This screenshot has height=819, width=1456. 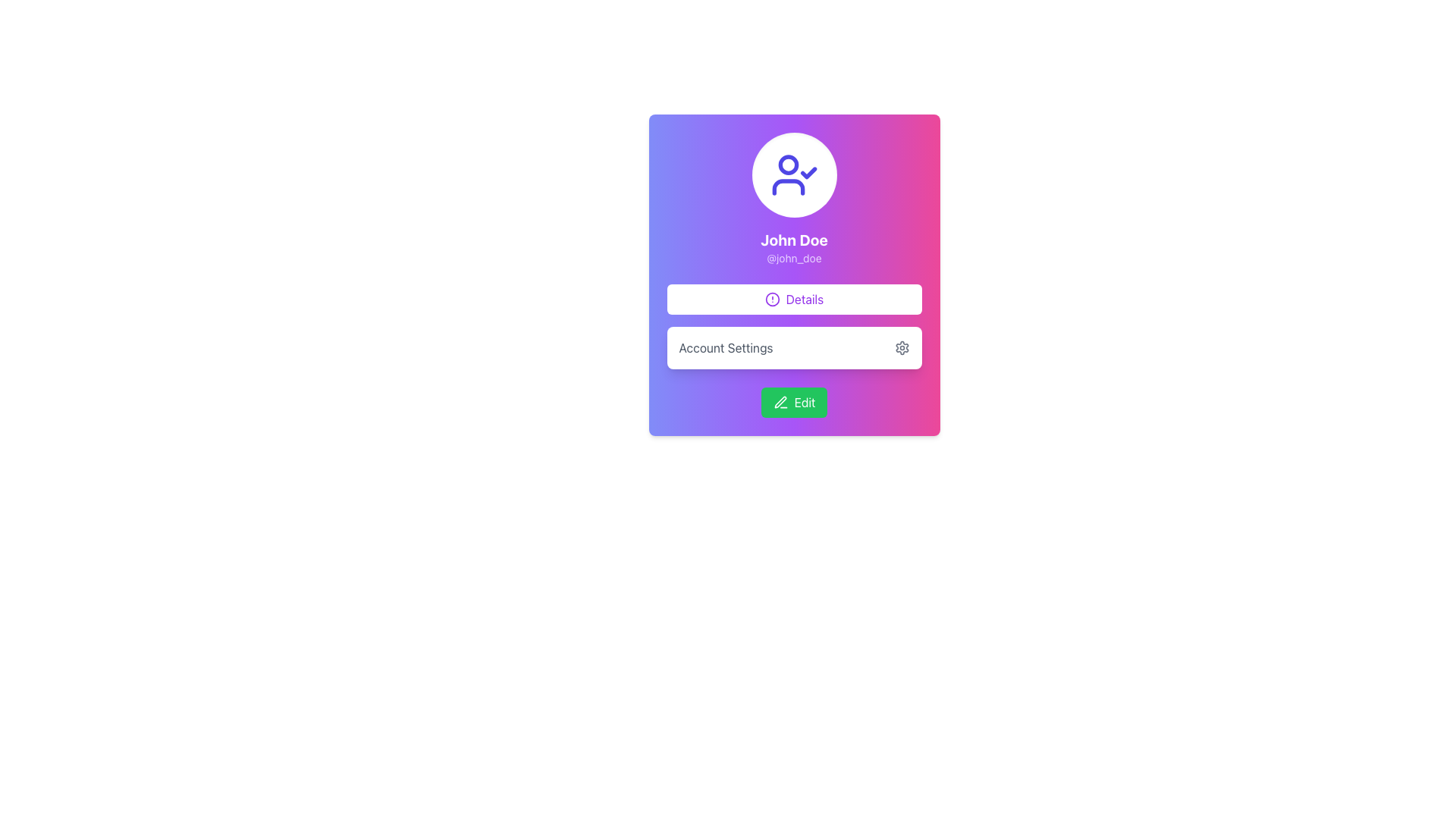 What do you see at coordinates (793, 257) in the screenshot?
I see `the text display component that shows the username associated with the profile, located below 'John Doe'` at bounding box center [793, 257].